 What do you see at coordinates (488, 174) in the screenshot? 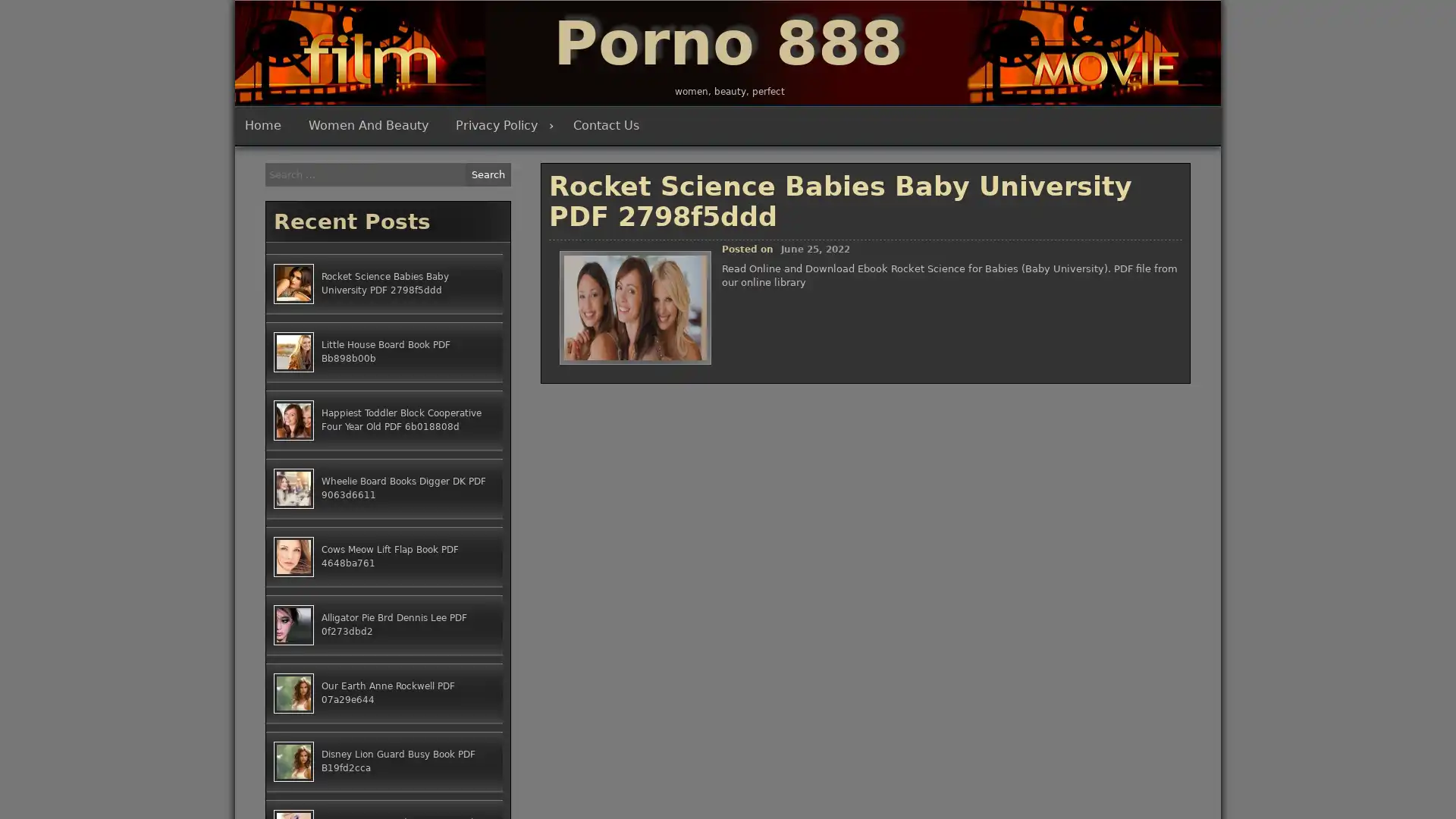
I see `Search` at bounding box center [488, 174].